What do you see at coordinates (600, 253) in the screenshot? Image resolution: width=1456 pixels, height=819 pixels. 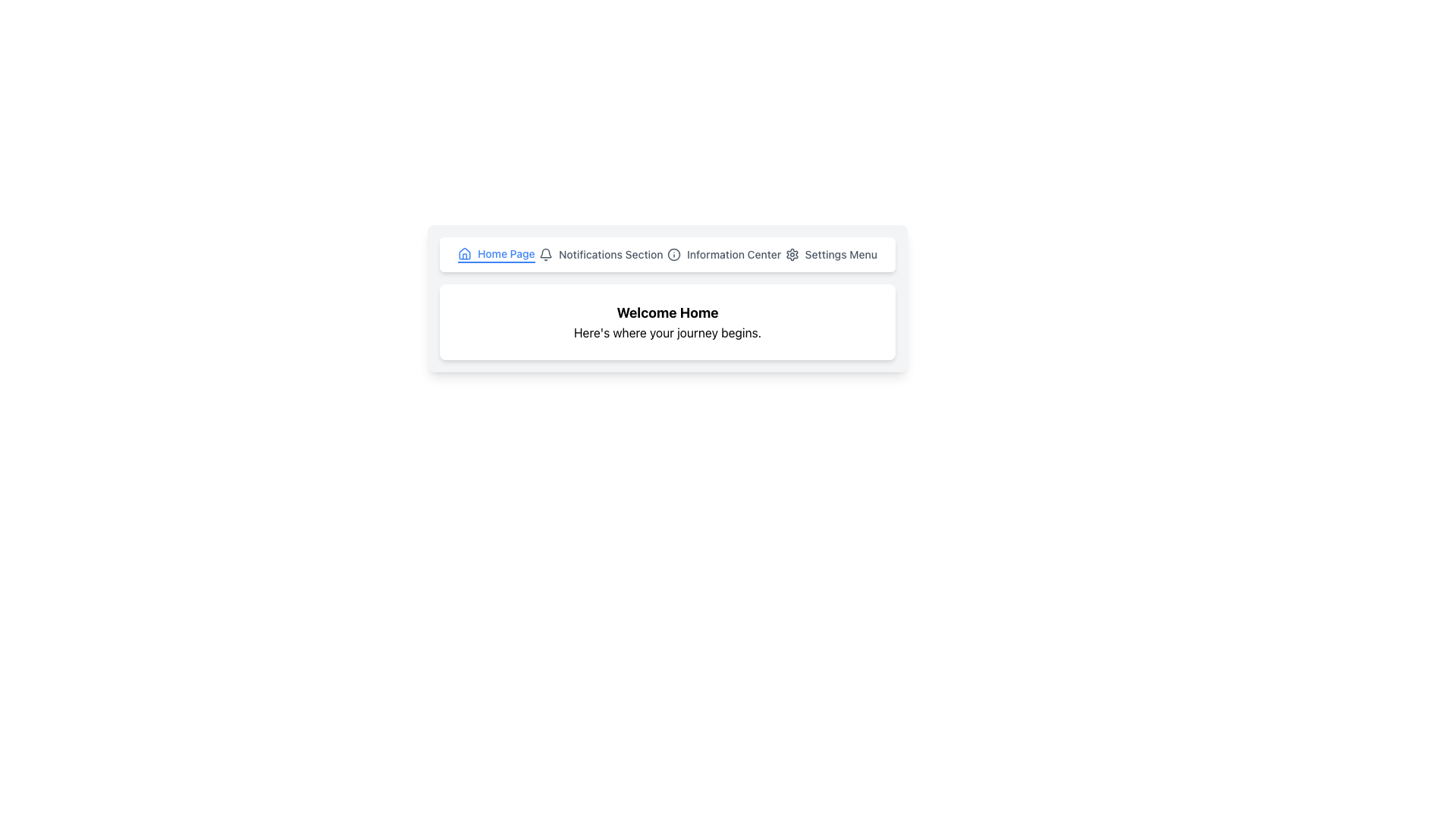 I see `the 'Notifications Section' button, which displays a bell icon and changes color from gray to blue on hover, located between the 'Home Page' and 'Information Center' buttons in the top navigation bar` at bounding box center [600, 253].